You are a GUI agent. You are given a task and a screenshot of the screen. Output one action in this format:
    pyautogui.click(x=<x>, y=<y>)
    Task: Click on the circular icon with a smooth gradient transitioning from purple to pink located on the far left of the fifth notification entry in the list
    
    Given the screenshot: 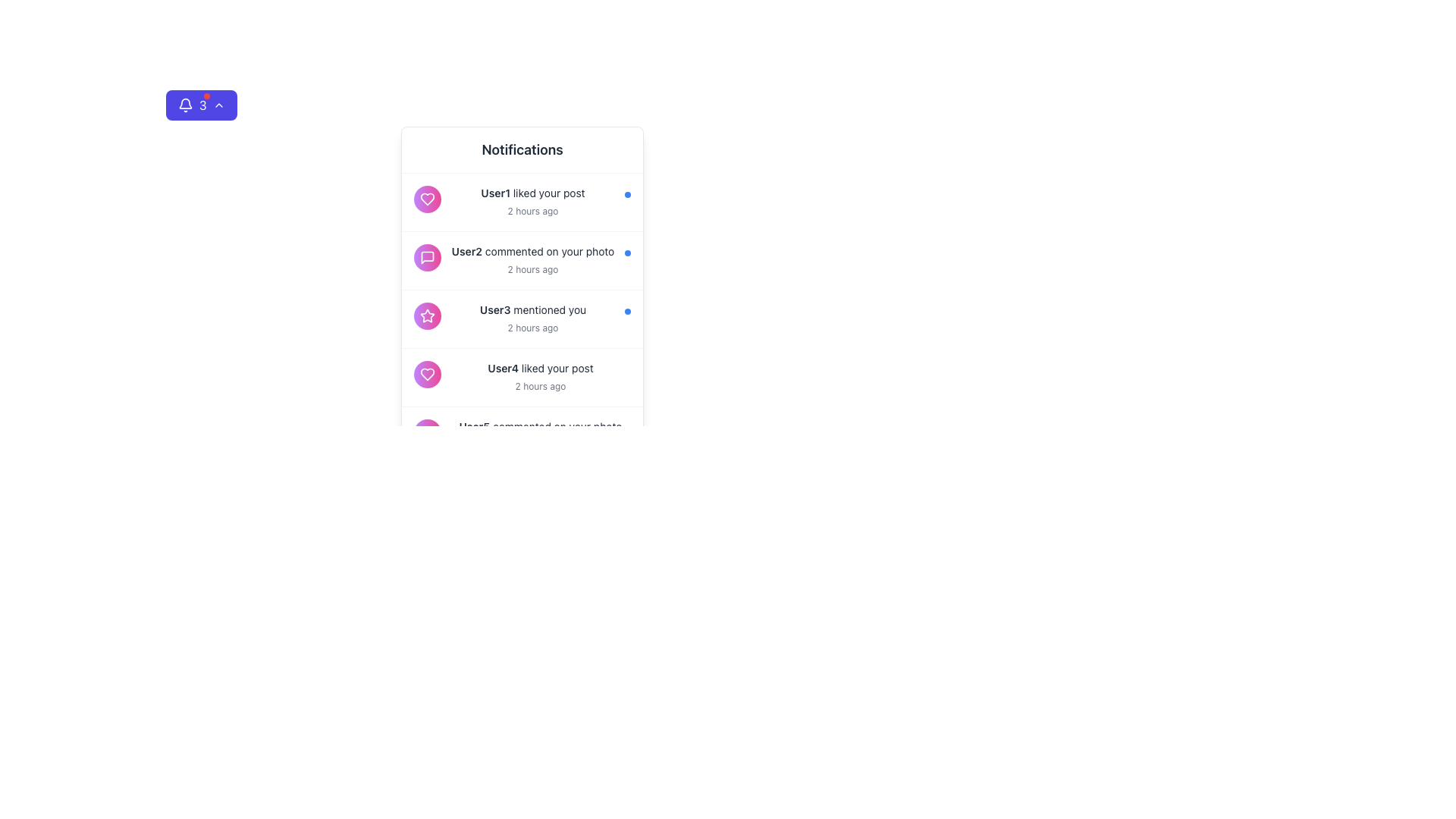 What is the action you would take?
    pyautogui.click(x=427, y=432)
    